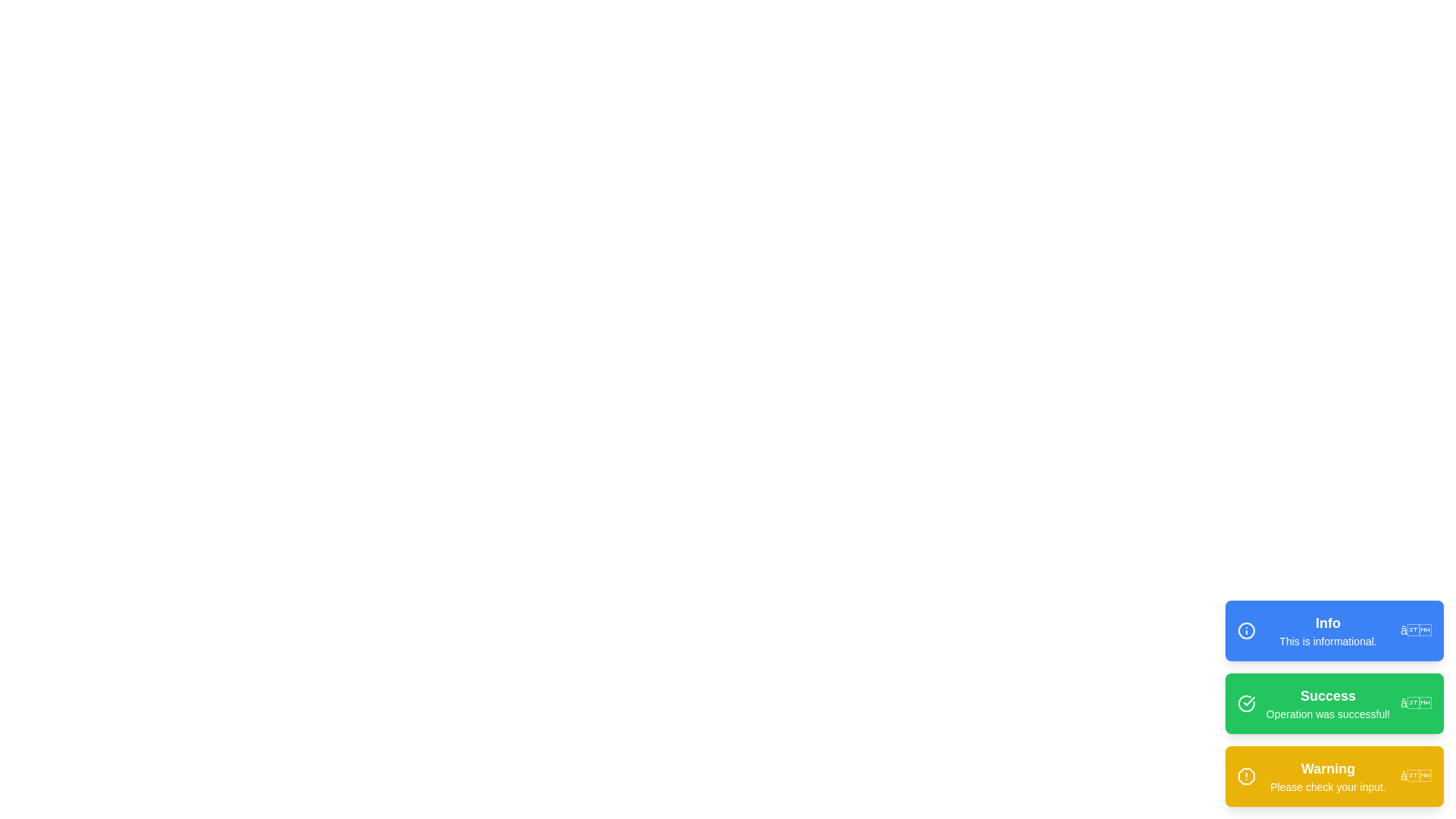 This screenshot has height=819, width=1456. What do you see at coordinates (1327, 769) in the screenshot?
I see `text label indicating the warning notification located at the bottom section of the alert box, above the smaller text 'Please check your input.'` at bounding box center [1327, 769].